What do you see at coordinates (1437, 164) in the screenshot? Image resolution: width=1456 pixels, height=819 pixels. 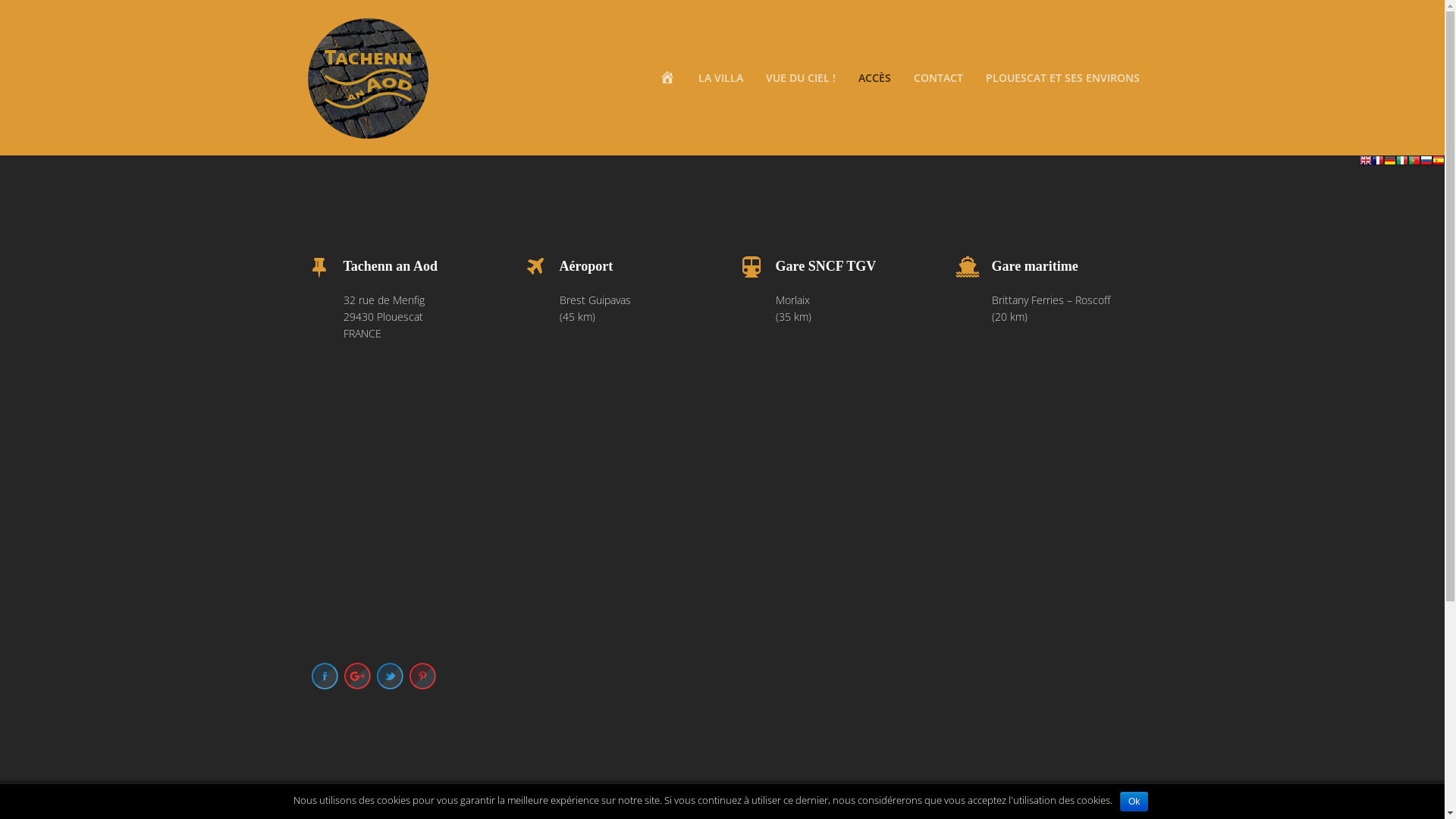 I see `'Spanish'` at bounding box center [1437, 164].